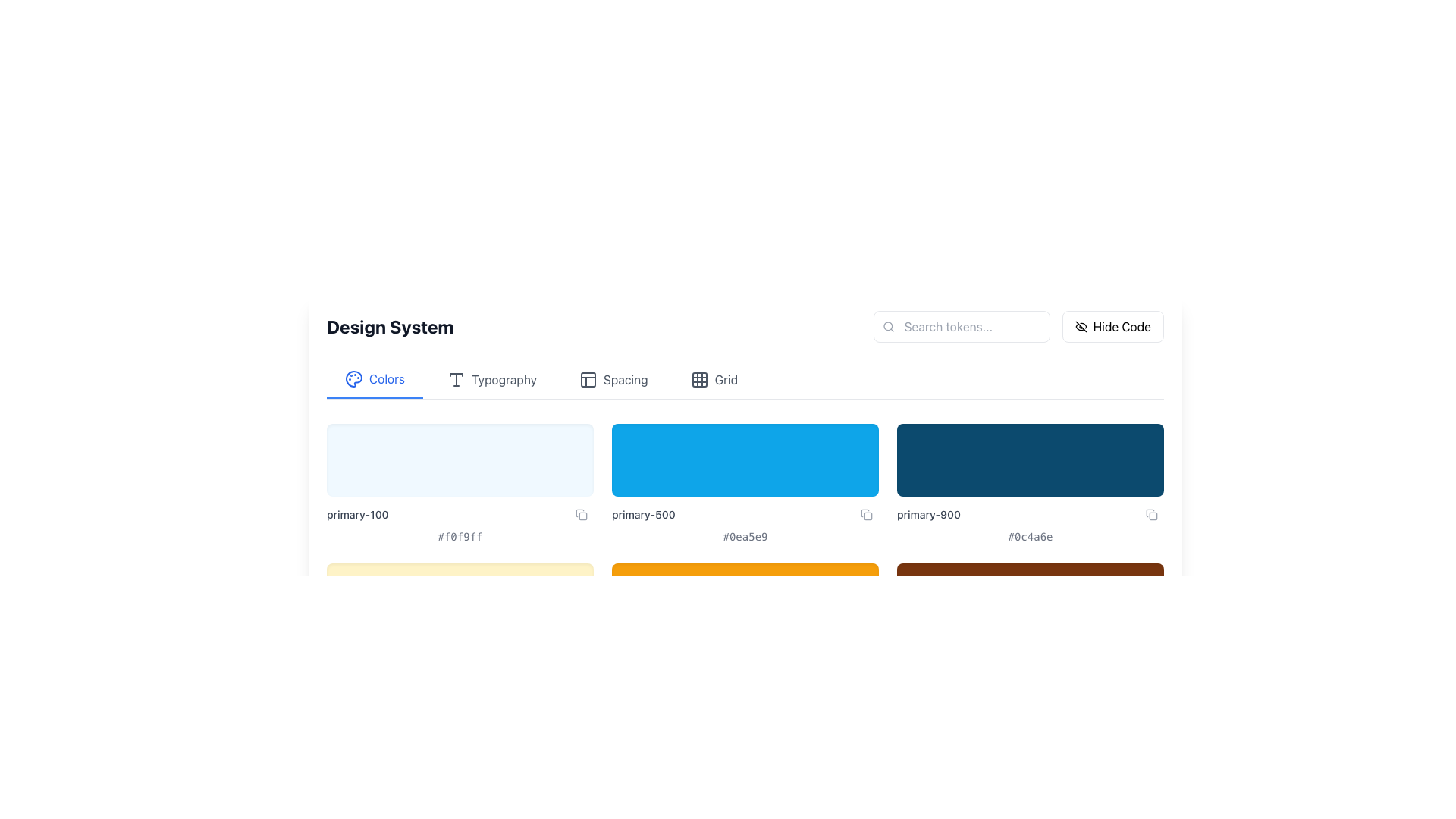  Describe the element at coordinates (588, 379) in the screenshot. I see `the 24x24 pixel icon representing the 'Spacing' category in the navigation bar` at that location.